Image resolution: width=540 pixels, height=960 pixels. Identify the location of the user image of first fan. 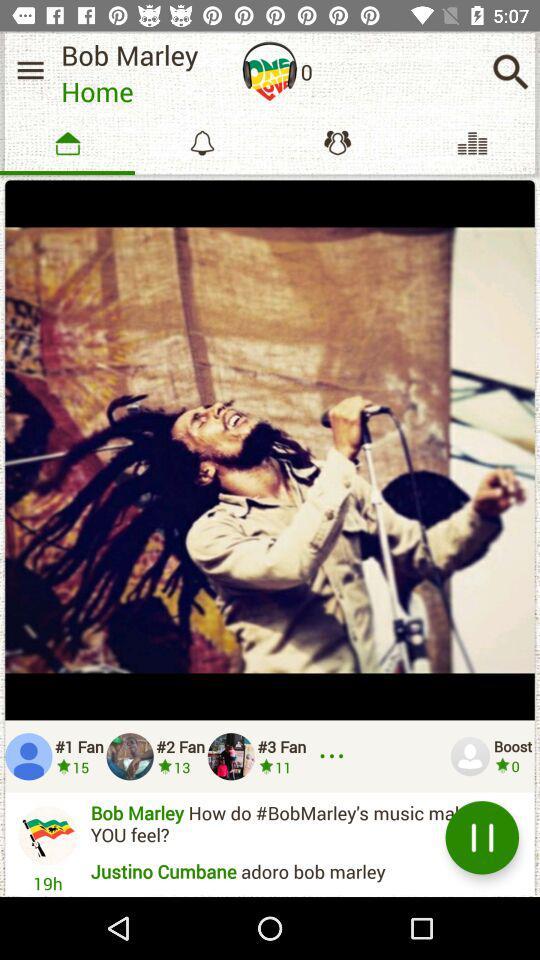
(27, 755).